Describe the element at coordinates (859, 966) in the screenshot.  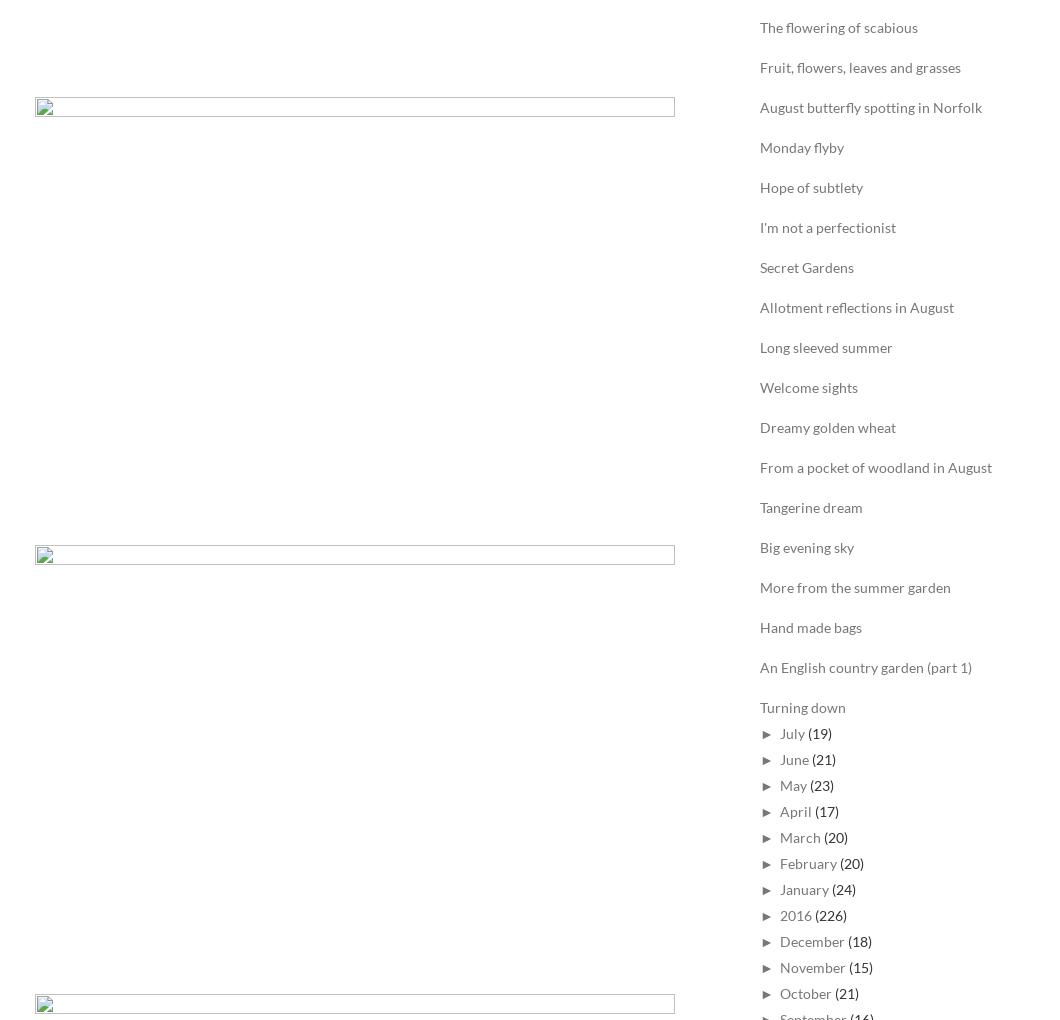
I see `'(15)'` at that location.